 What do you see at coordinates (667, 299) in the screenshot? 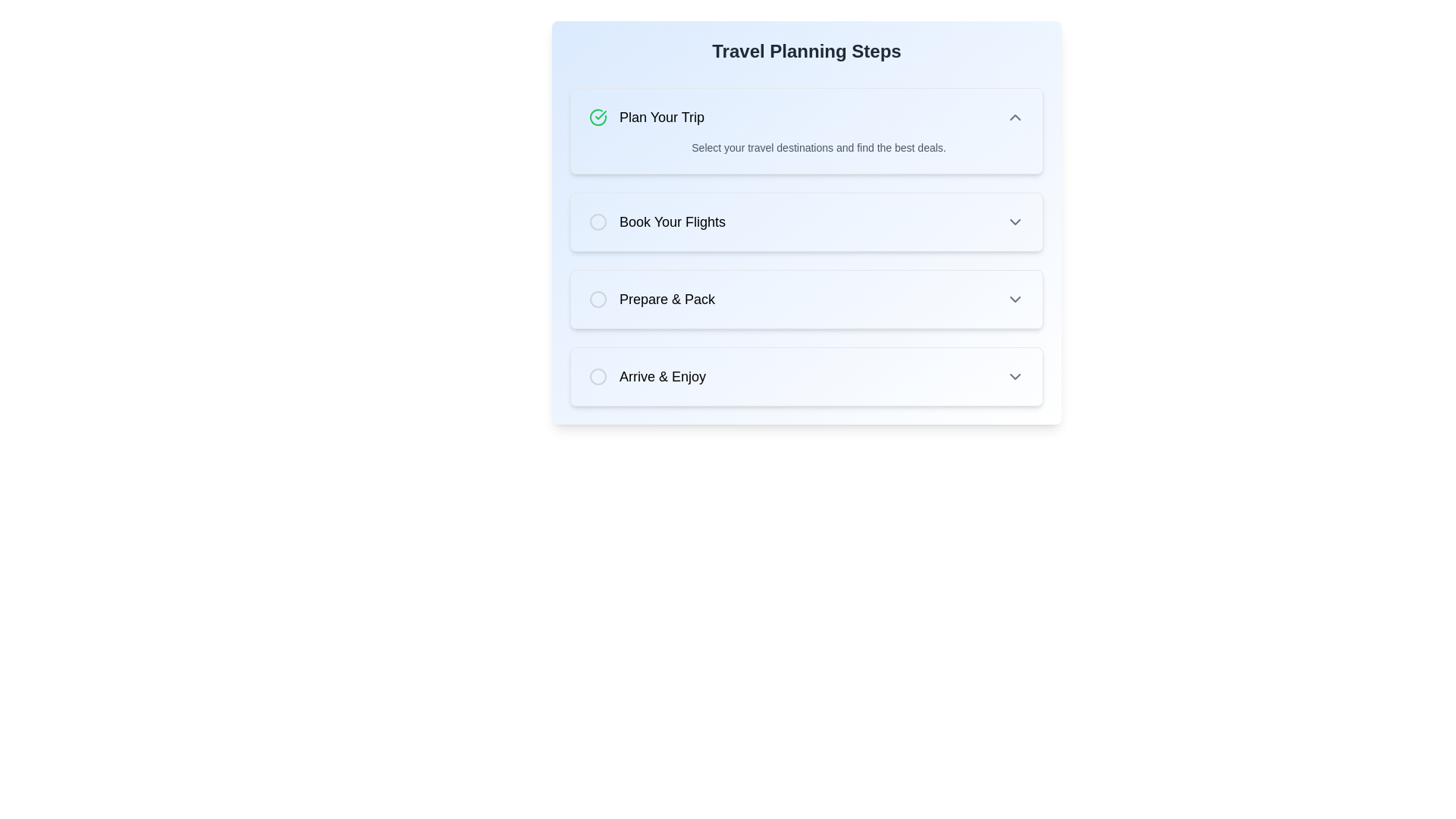
I see `the text label displaying 'Prepare & Pack', which is the second item in the 'Travel Planning Steps' list, positioned after a circular icon` at bounding box center [667, 299].